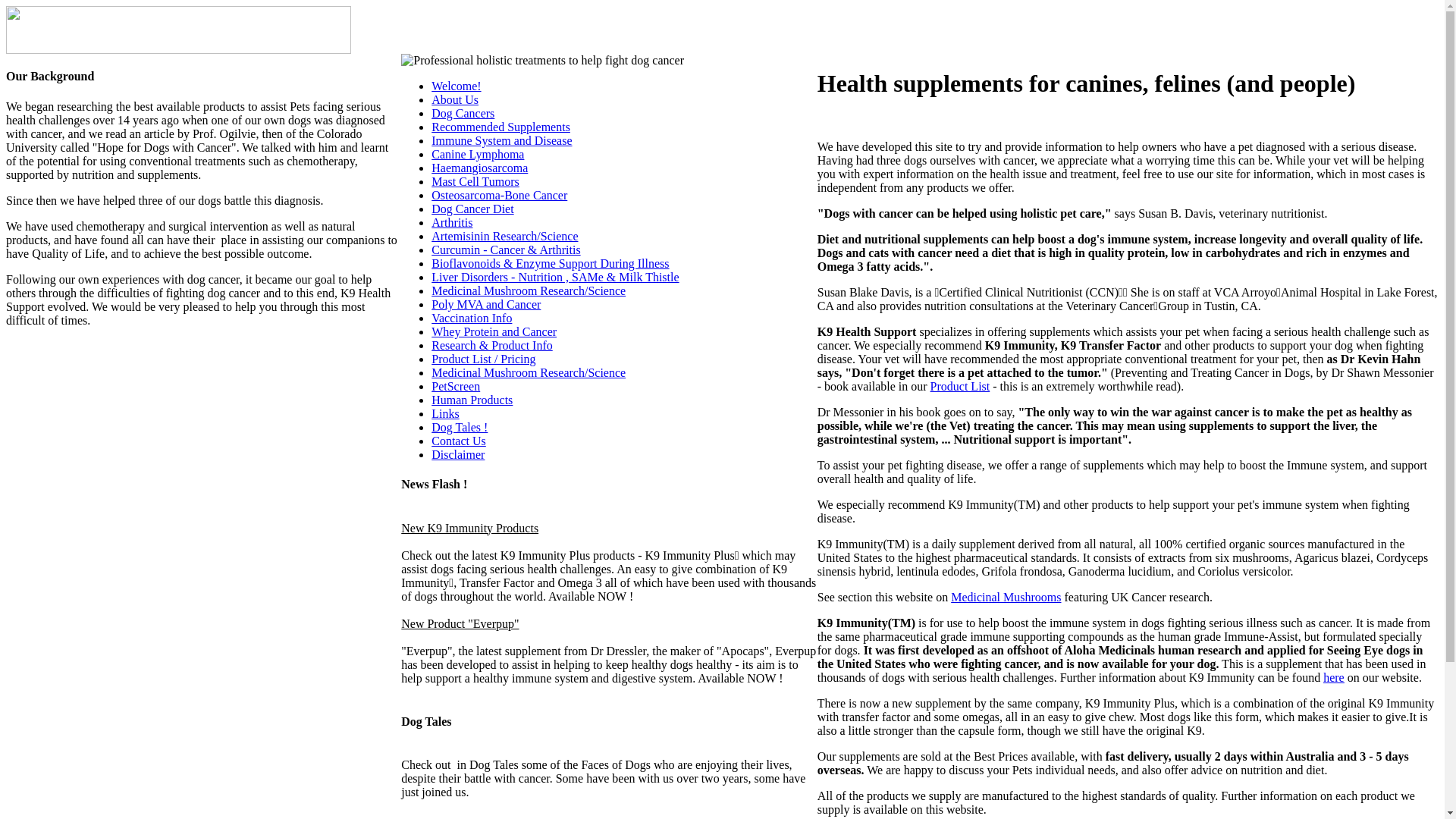 The image size is (1456, 819). What do you see at coordinates (471, 399) in the screenshot?
I see `'Human Products'` at bounding box center [471, 399].